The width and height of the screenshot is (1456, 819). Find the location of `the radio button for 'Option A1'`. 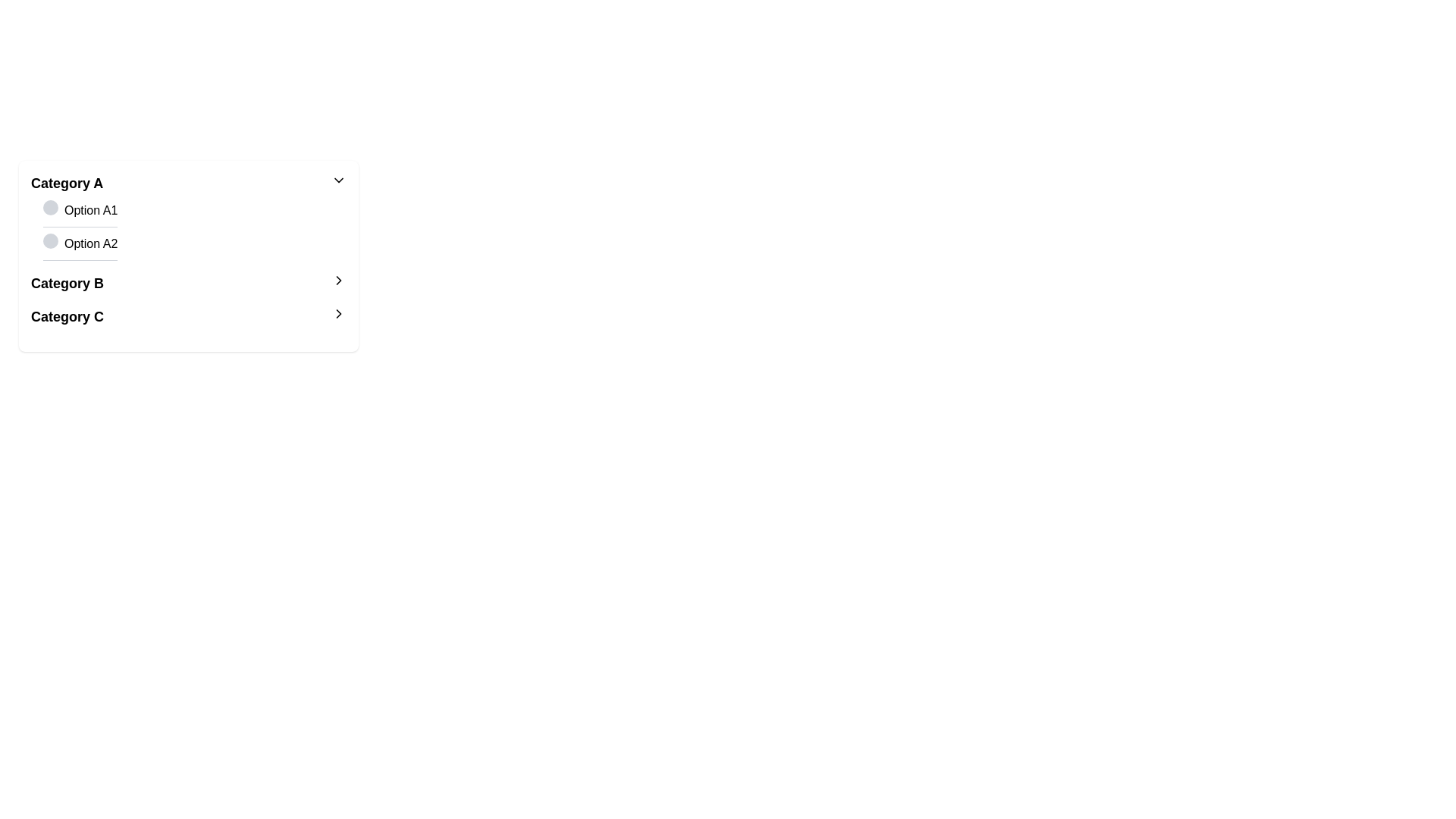

the radio button for 'Option A1' is located at coordinates (51, 210).